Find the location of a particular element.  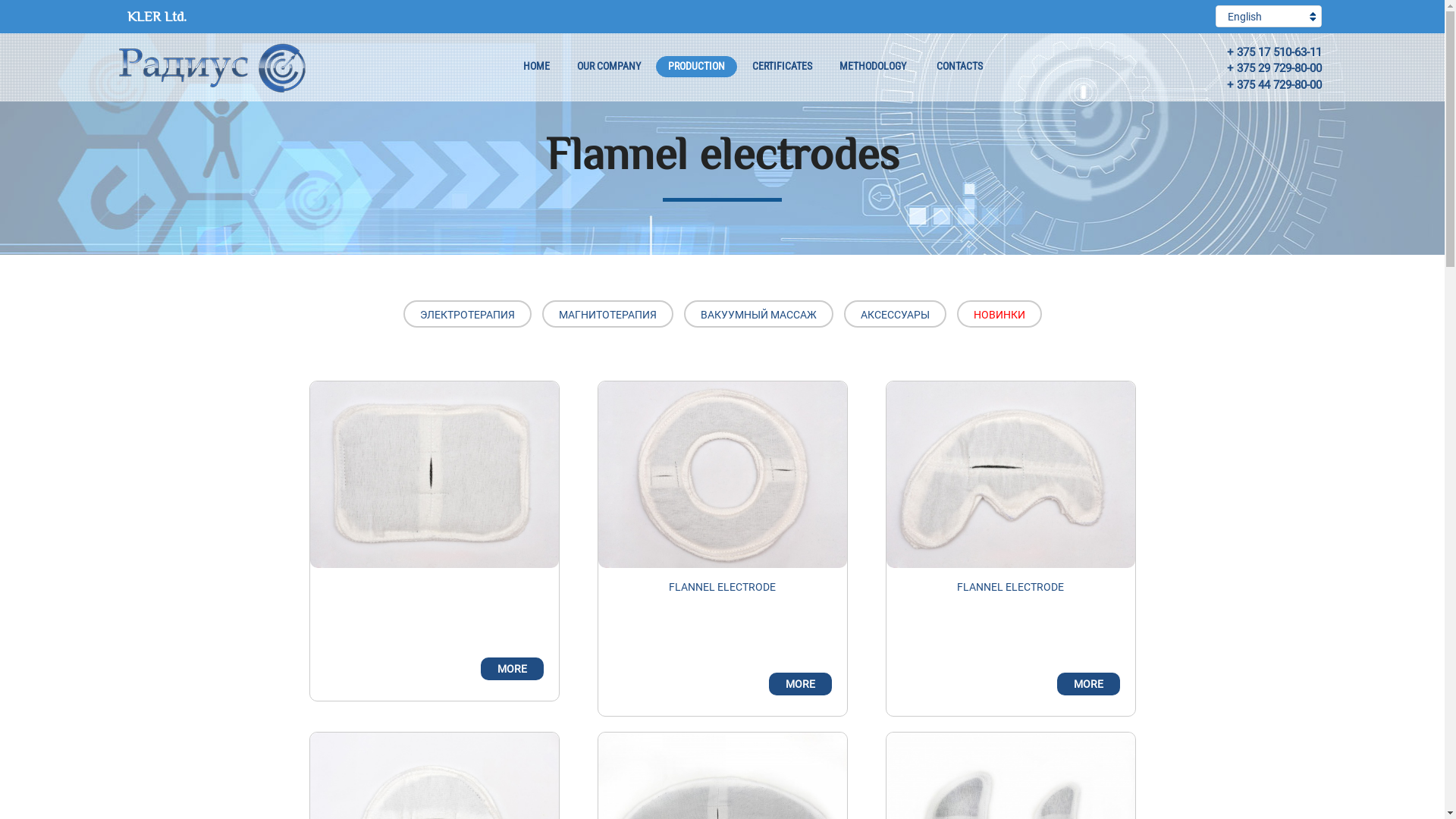

'English' is located at coordinates (1216, 16).